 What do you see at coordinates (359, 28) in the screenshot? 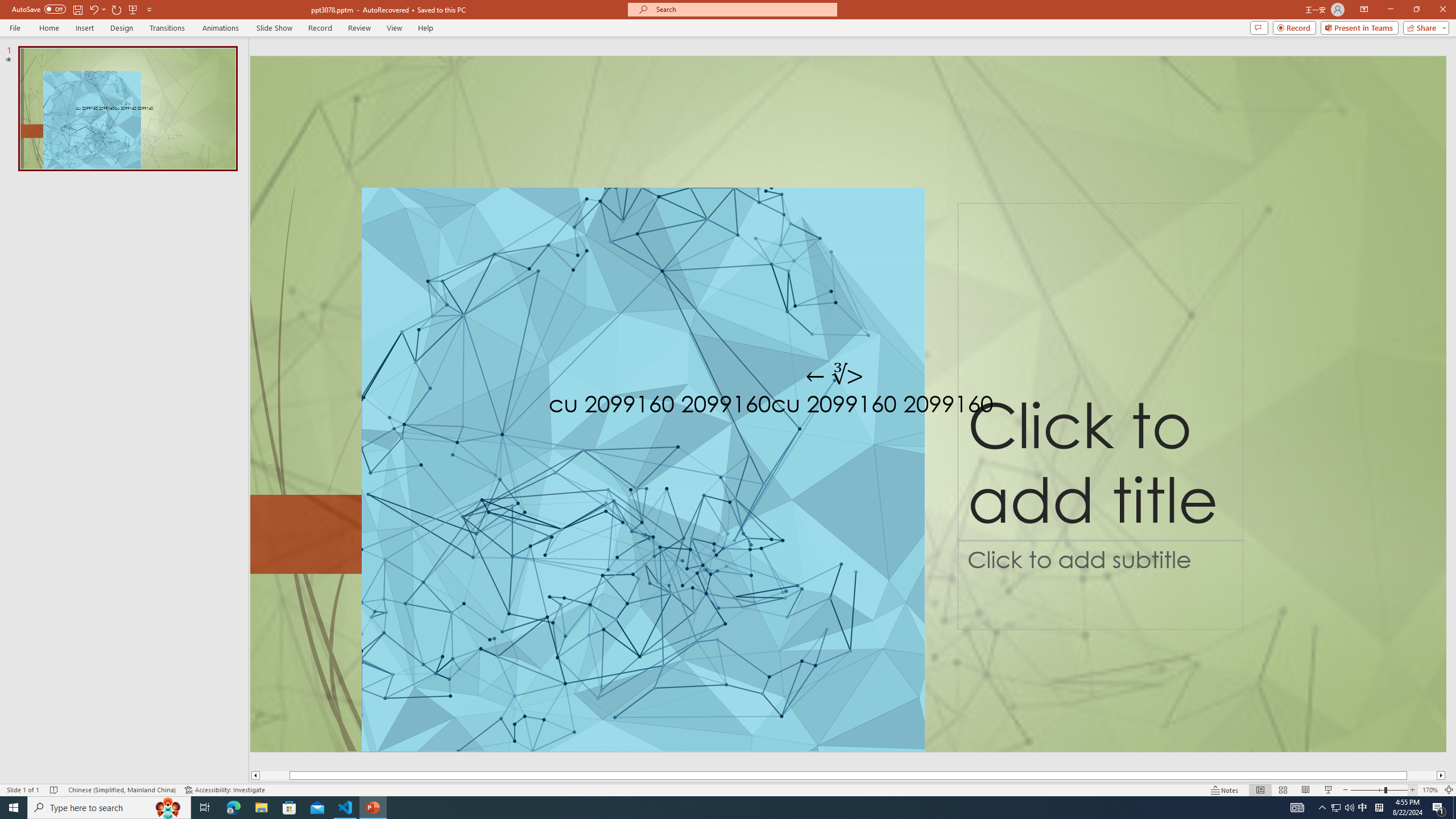
I see `'Review'` at bounding box center [359, 28].